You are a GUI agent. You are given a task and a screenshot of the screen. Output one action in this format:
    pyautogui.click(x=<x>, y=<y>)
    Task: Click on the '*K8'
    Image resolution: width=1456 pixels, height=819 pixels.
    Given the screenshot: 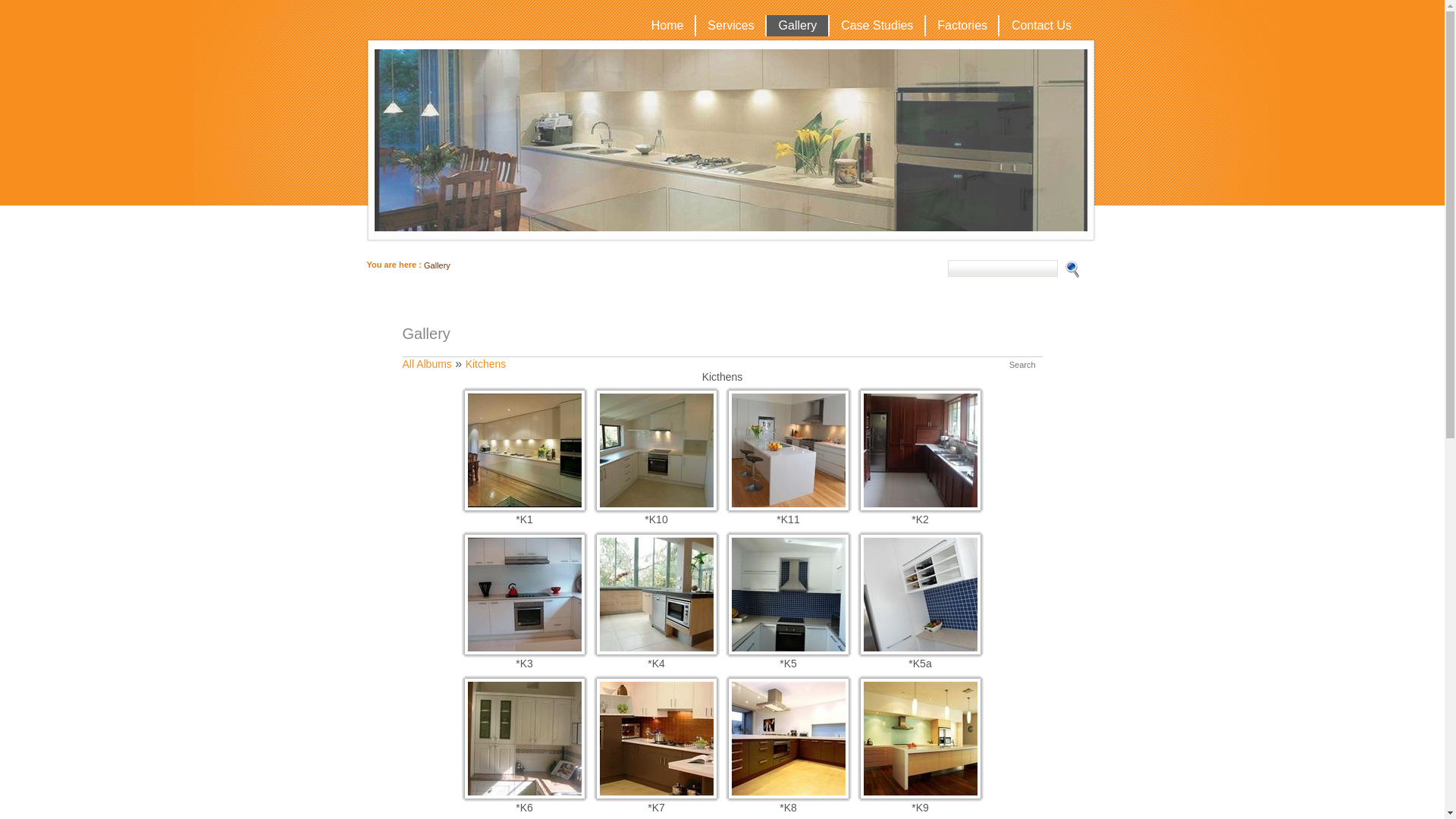 What is the action you would take?
    pyautogui.click(x=728, y=794)
    